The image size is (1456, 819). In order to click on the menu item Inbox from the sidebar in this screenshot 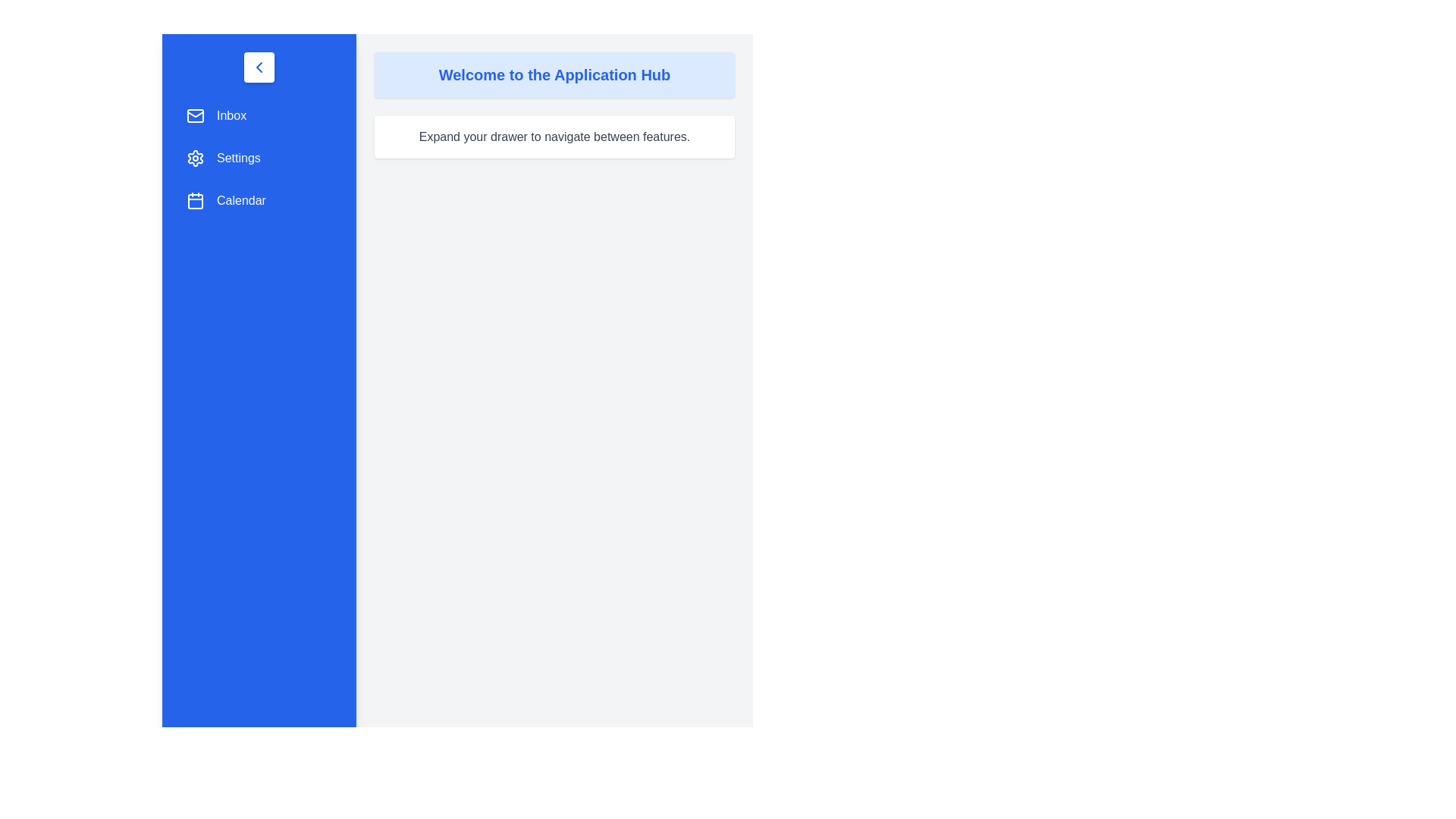, I will do `click(259, 115)`.